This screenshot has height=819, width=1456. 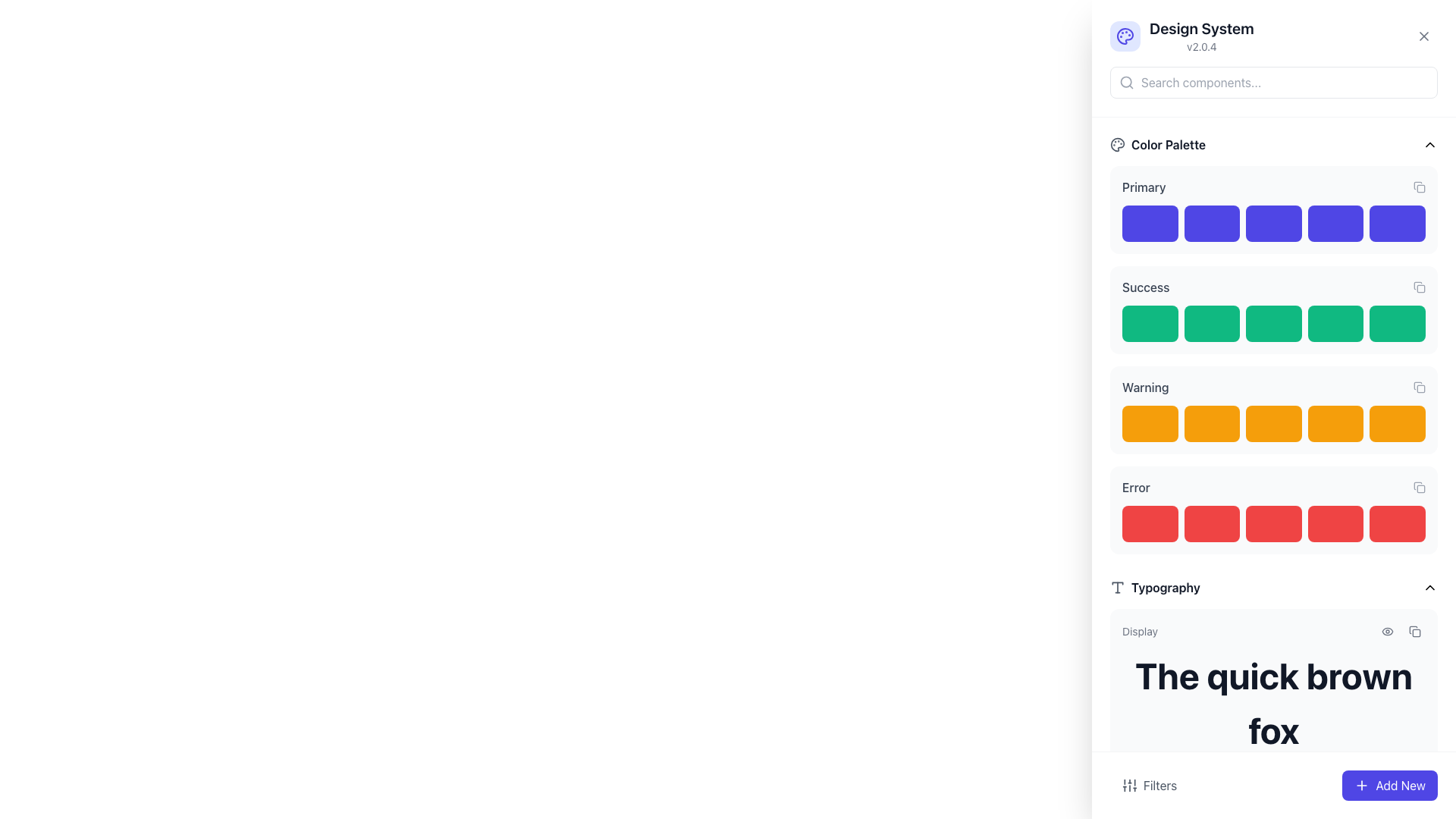 What do you see at coordinates (1167, 145) in the screenshot?
I see `the text label 'Color Palette' which is bold and gray-black, located at the top section of the interface next to an icon resembling a palette` at bounding box center [1167, 145].